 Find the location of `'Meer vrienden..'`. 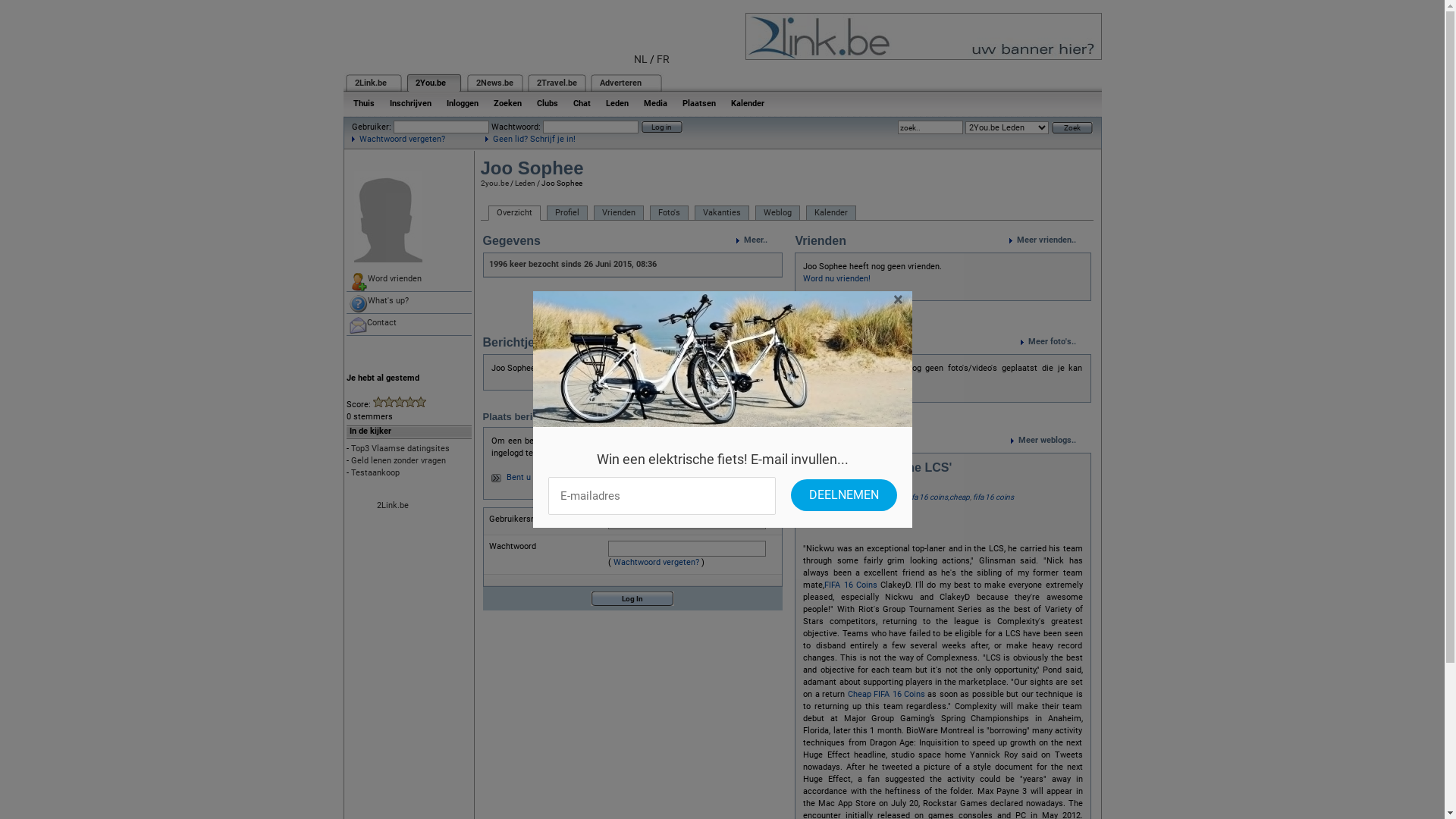

'Meer vrienden..' is located at coordinates (1048, 239).